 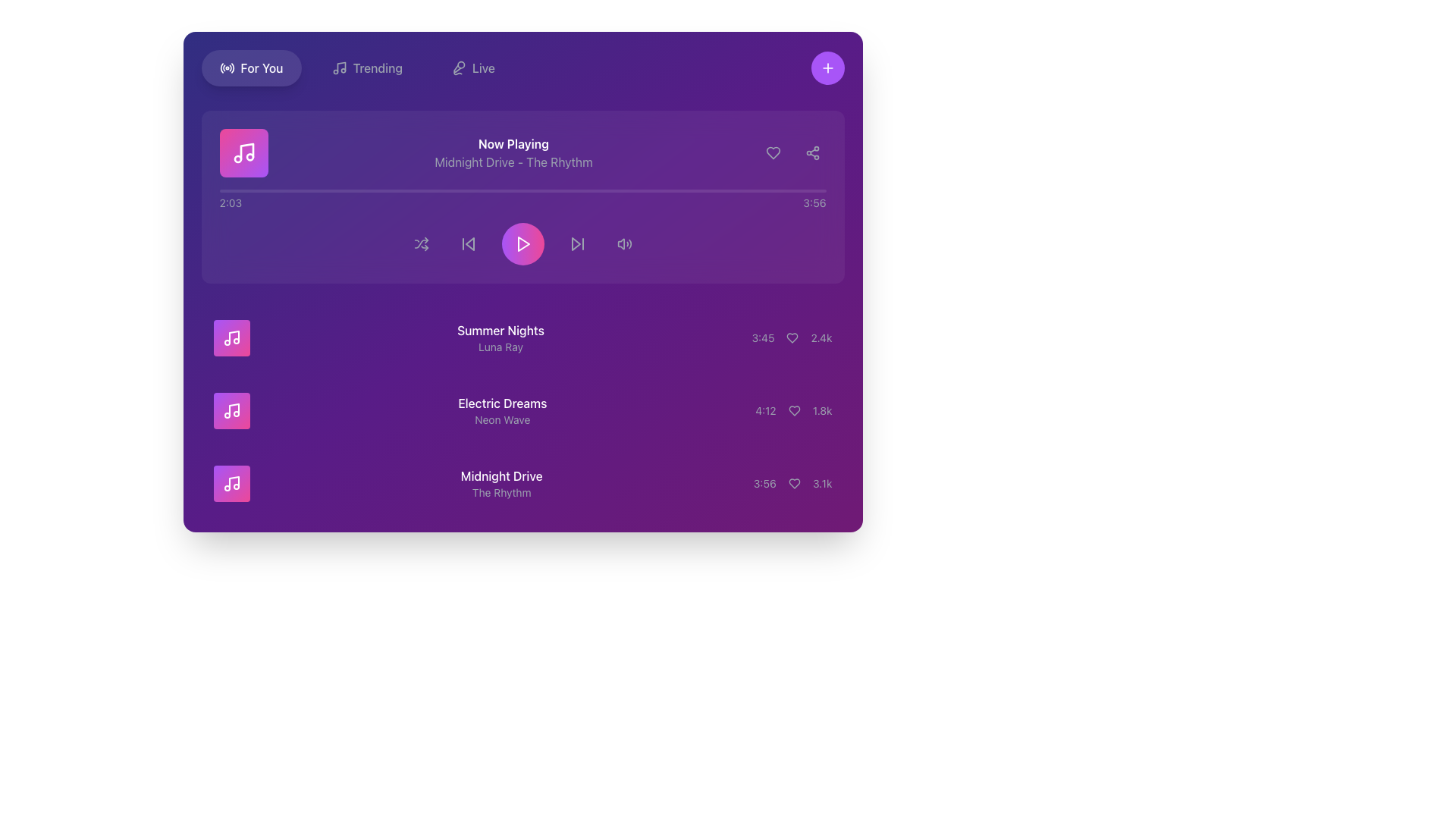 I want to click on playback position, so click(x=483, y=190).